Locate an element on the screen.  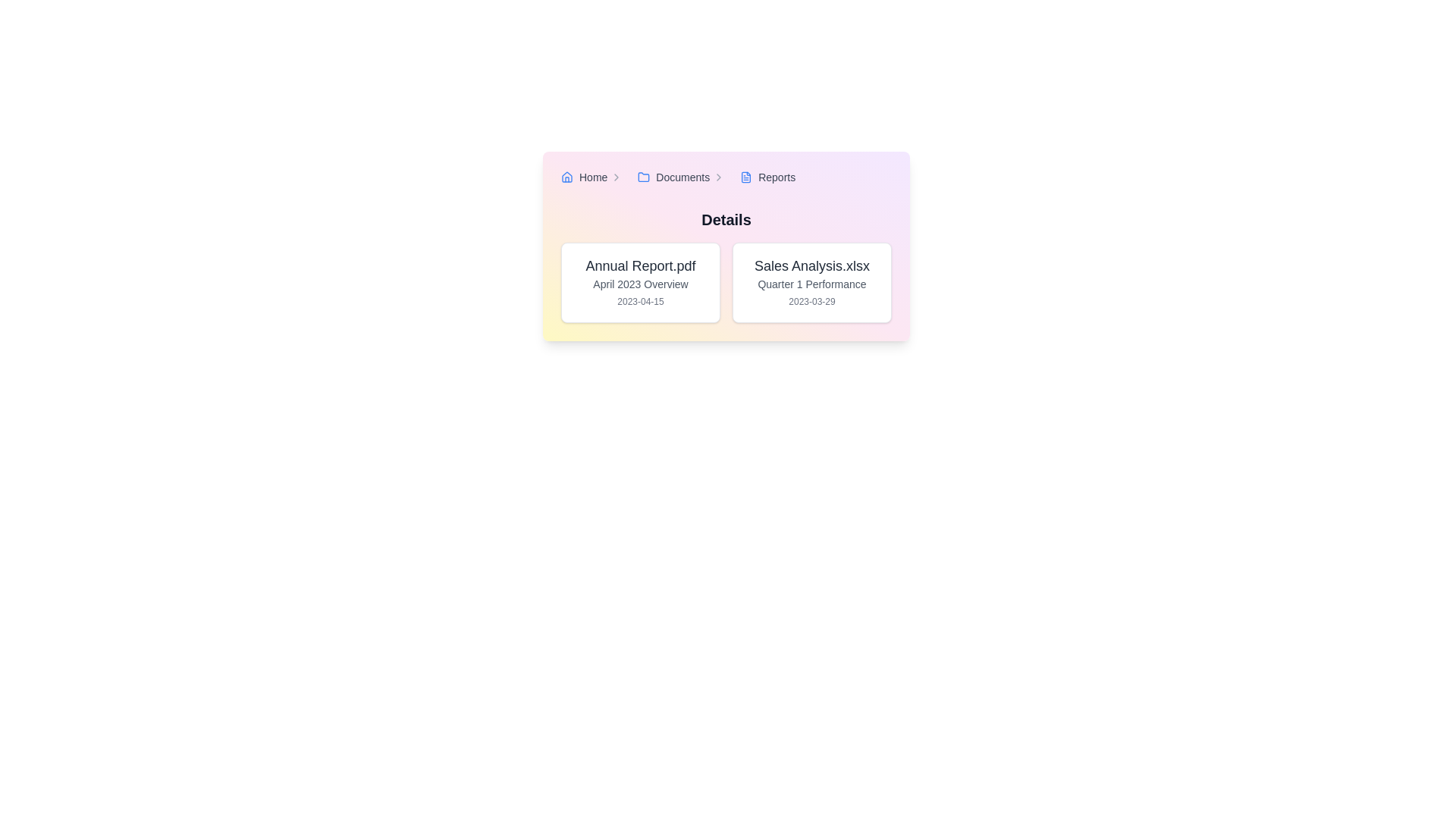
the breadcrumb navigation link that navigates to the documents section, positioned between 'Home' and 'Reports' in the header is located at coordinates (682, 177).